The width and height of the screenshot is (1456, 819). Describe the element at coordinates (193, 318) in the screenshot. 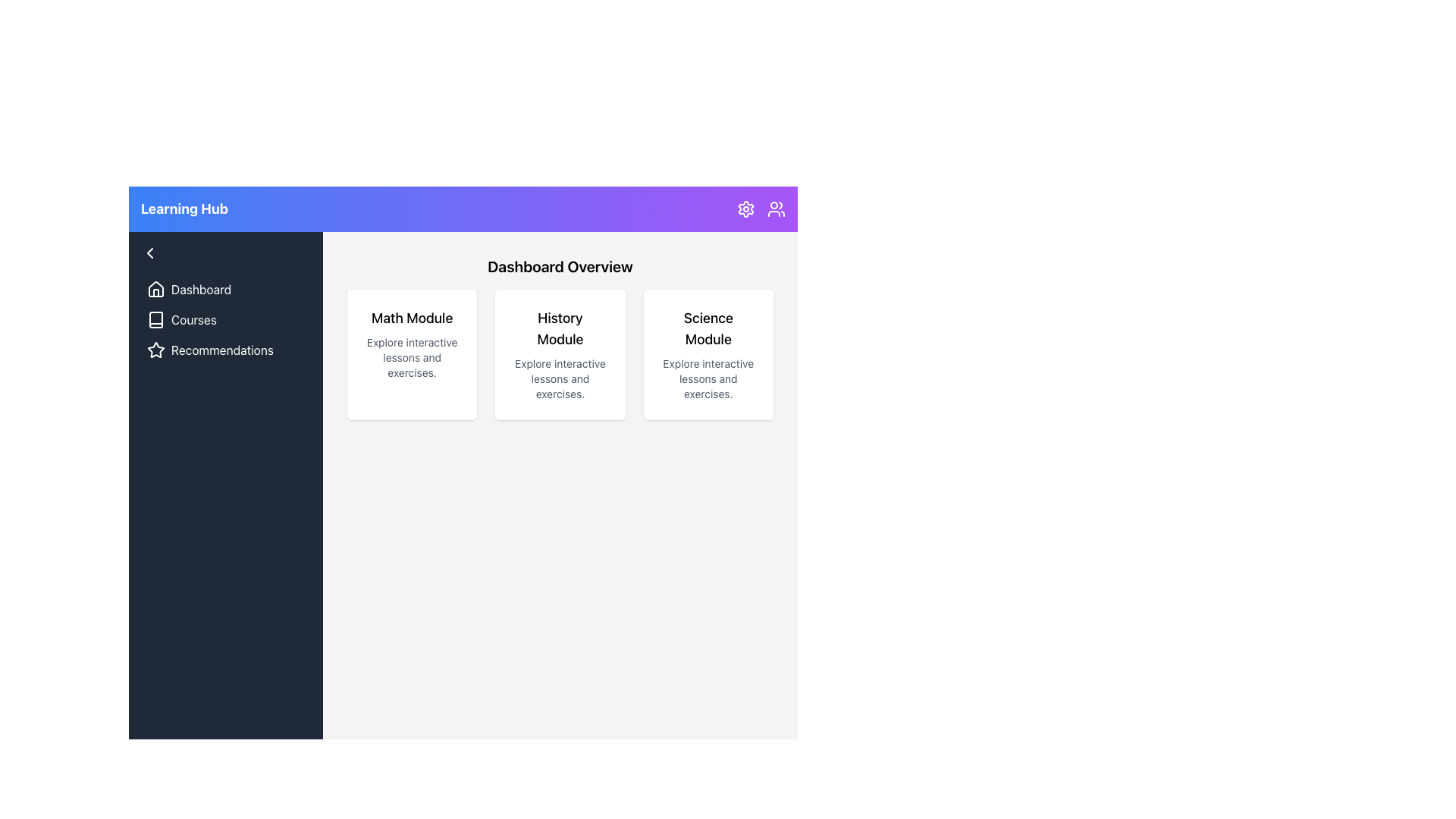

I see `the static text label displaying 'Courses' in white on a dark blue background, located in the sidebar menu of the interface` at that location.